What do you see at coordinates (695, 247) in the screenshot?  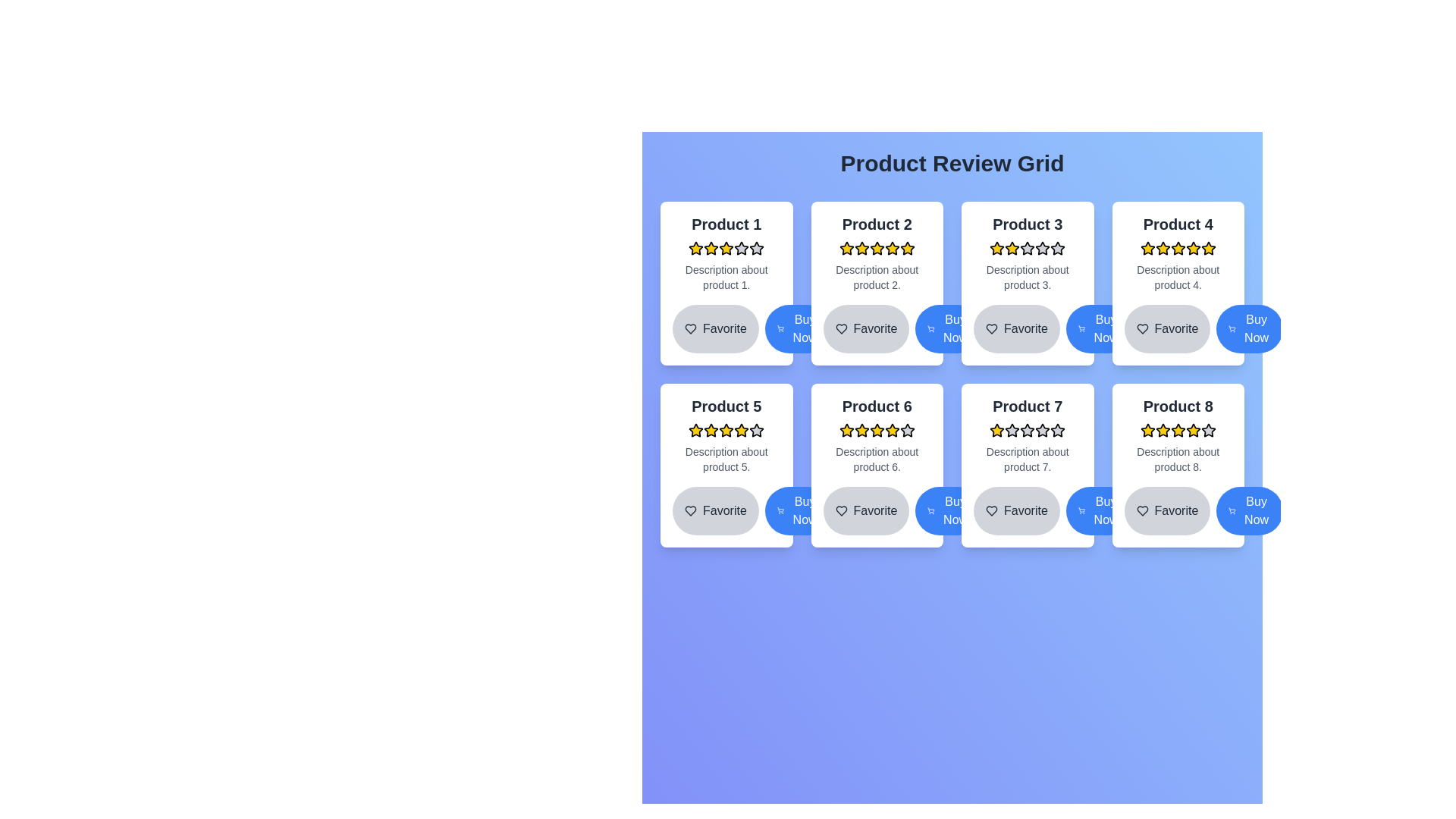 I see `the first filled star icon in the 5-star rating system for 'Product 1' to interact with the rating component` at bounding box center [695, 247].